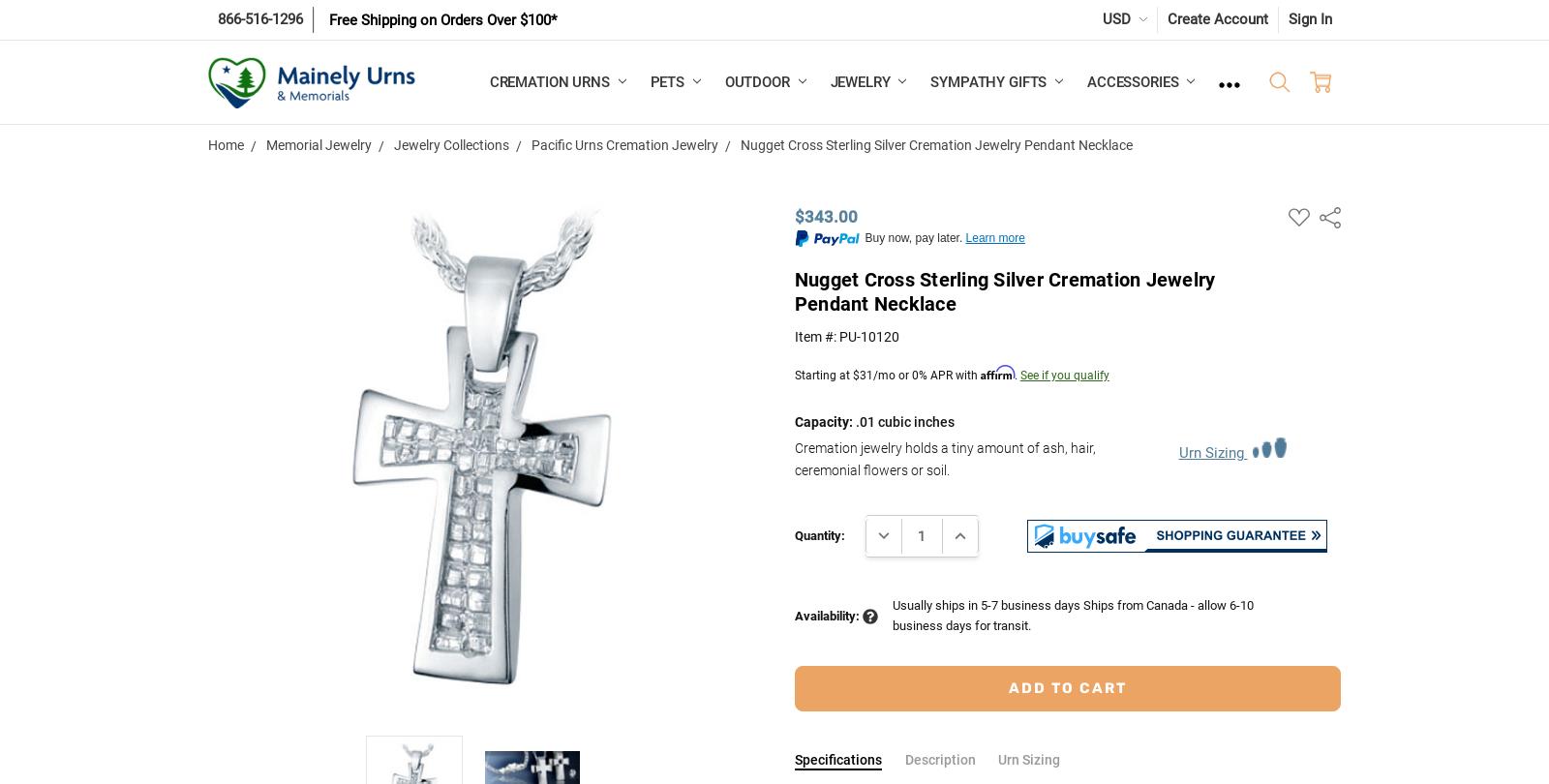 Image resolution: width=1549 pixels, height=784 pixels. Describe the element at coordinates (259, 18) in the screenshot. I see `'866-516-1296'` at that location.